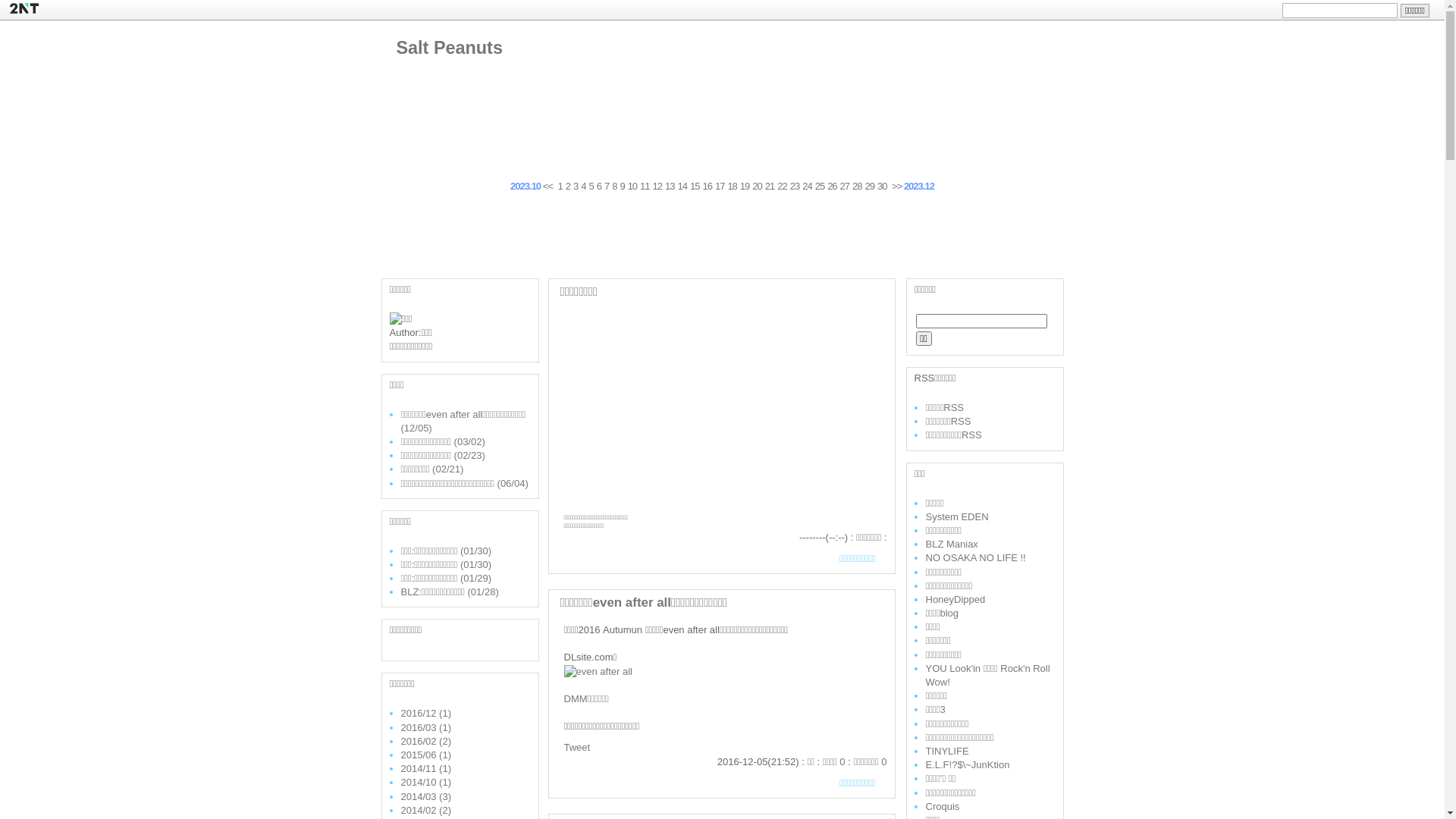  Describe the element at coordinates (597, 670) in the screenshot. I see `'even after all'` at that location.